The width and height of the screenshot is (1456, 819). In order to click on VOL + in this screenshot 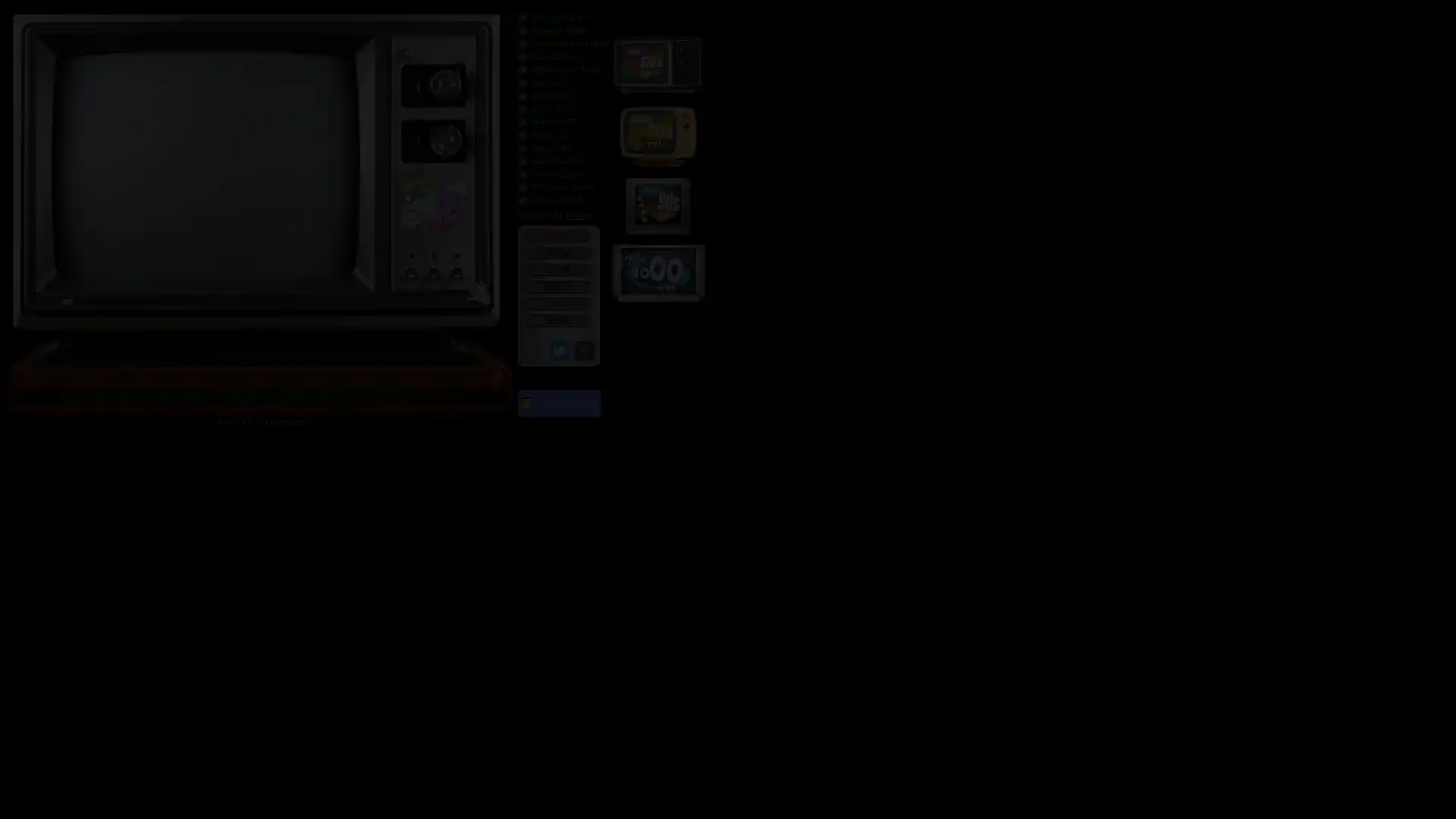, I will do `click(557, 287)`.